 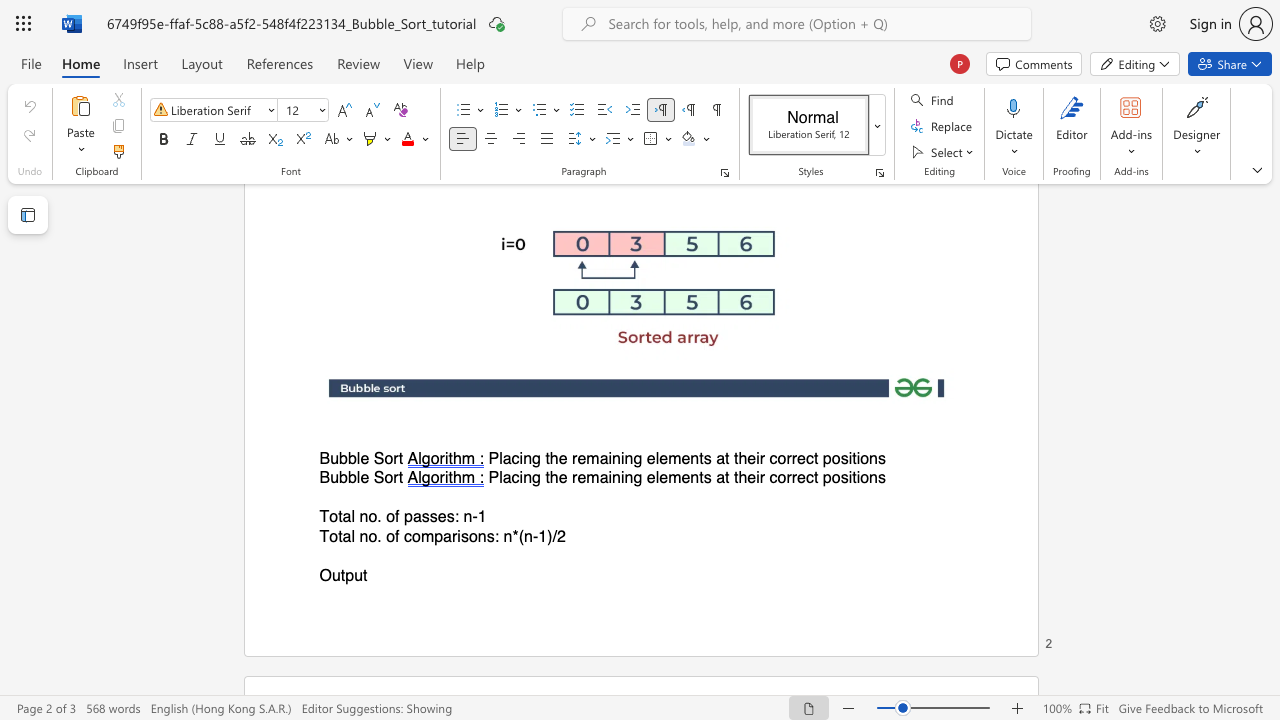 What do you see at coordinates (361, 478) in the screenshot?
I see `the space between the continuous character "l" and "e" in the text` at bounding box center [361, 478].